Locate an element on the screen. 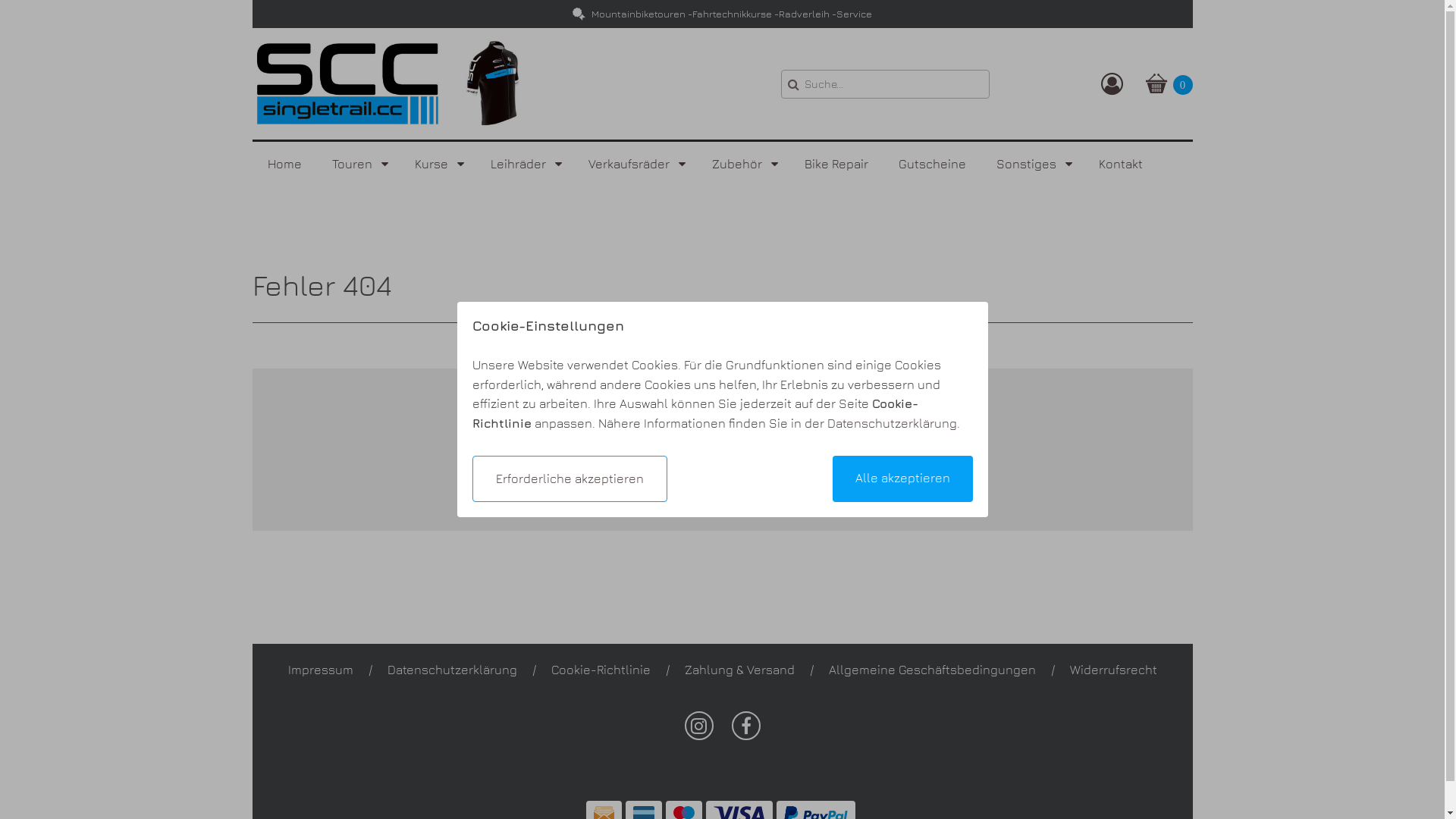  'Kurse' is located at coordinates (399, 164).